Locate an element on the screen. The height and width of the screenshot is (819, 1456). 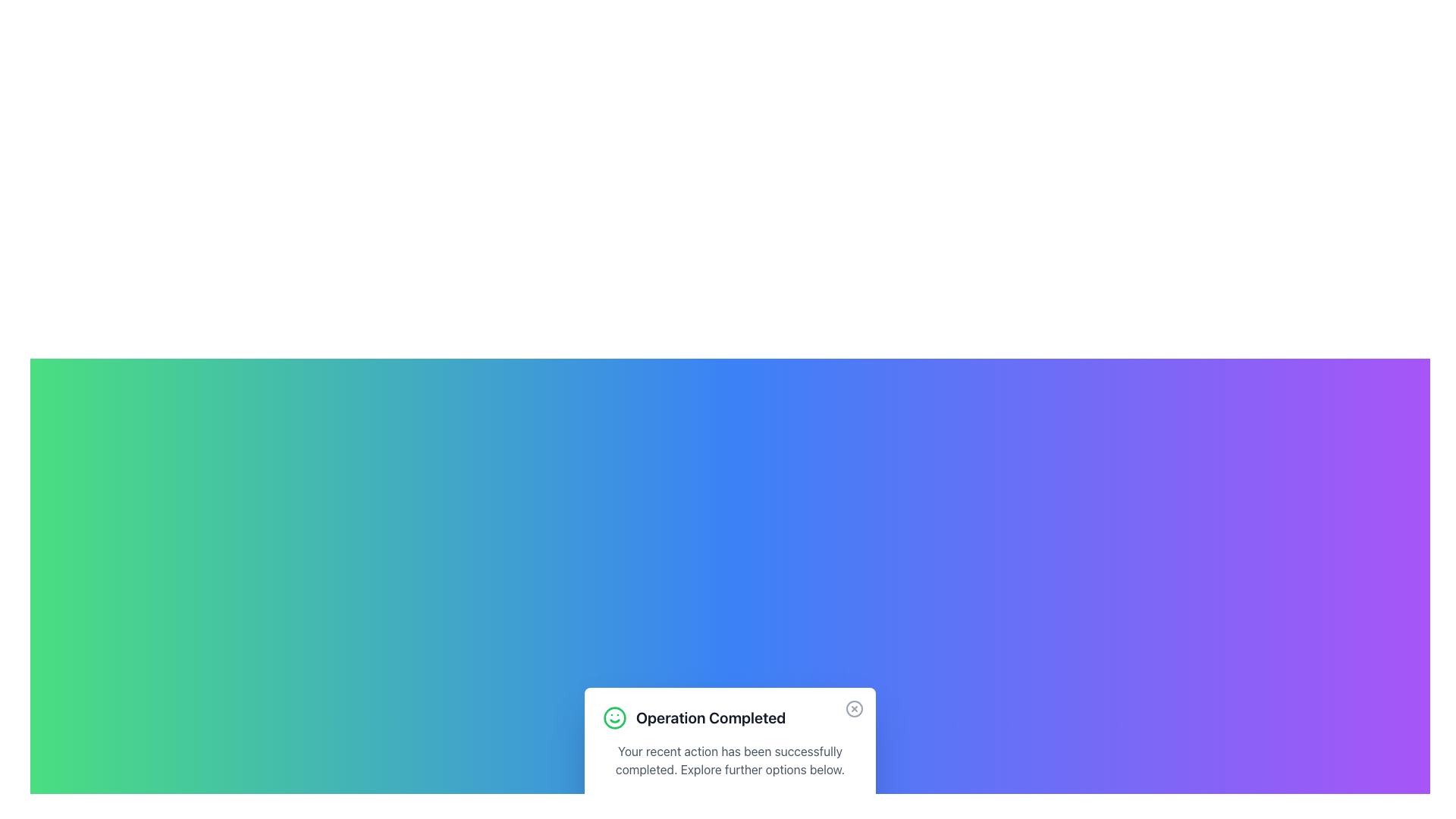
the decorative circle element that is part of the close icon in the top-right corner of the notification card is located at coordinates (855, 708).